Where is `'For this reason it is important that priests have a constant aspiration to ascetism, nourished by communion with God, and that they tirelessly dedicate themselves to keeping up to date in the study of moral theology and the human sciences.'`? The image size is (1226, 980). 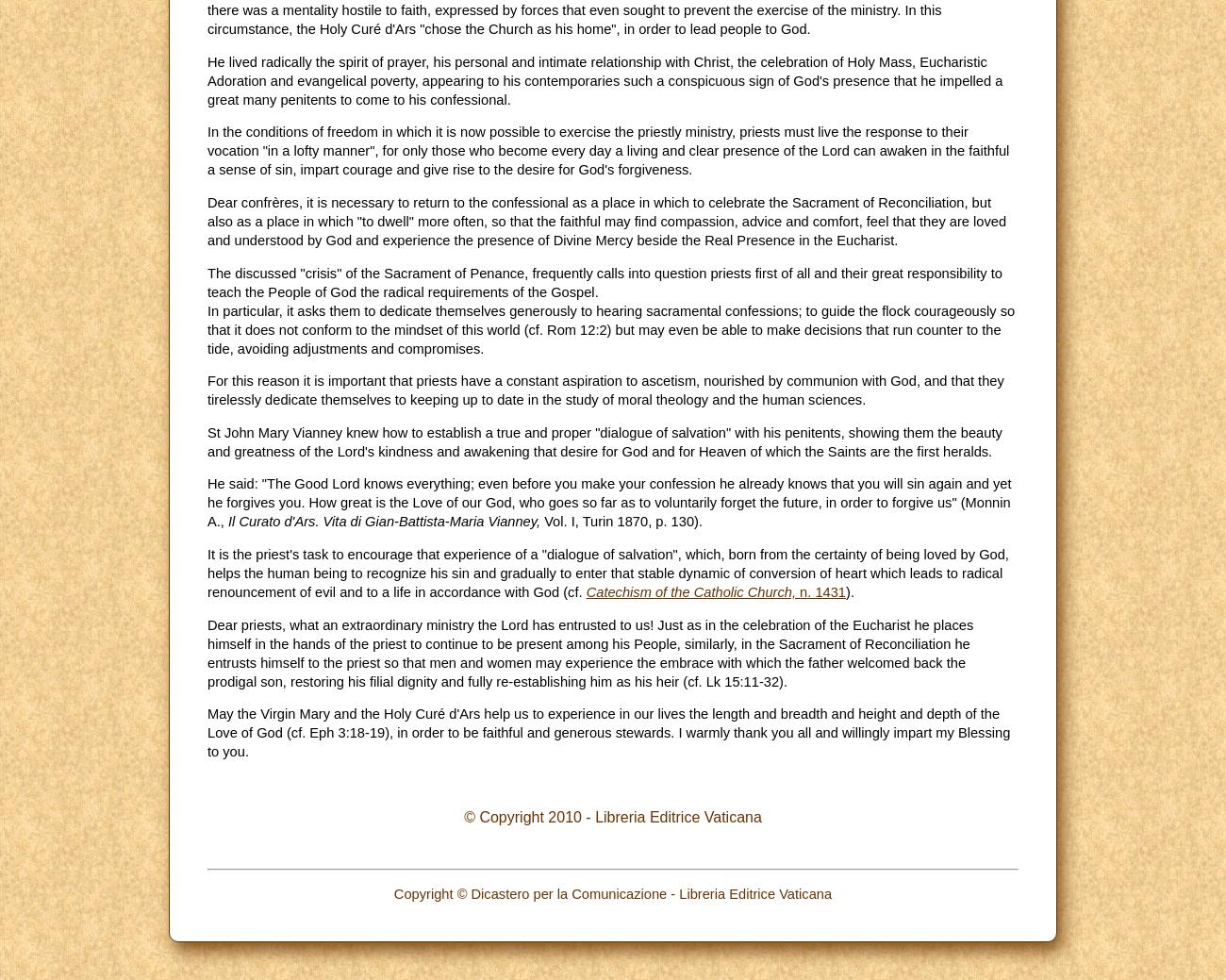 'For this reason it is important that priests have a constant aspiration to ascetism, nourished by communion with God, and that they tirelessly dedicate themselves to keeping up to date in the study of moral theology and the human sciences.' is located at coordinates (605, 390).